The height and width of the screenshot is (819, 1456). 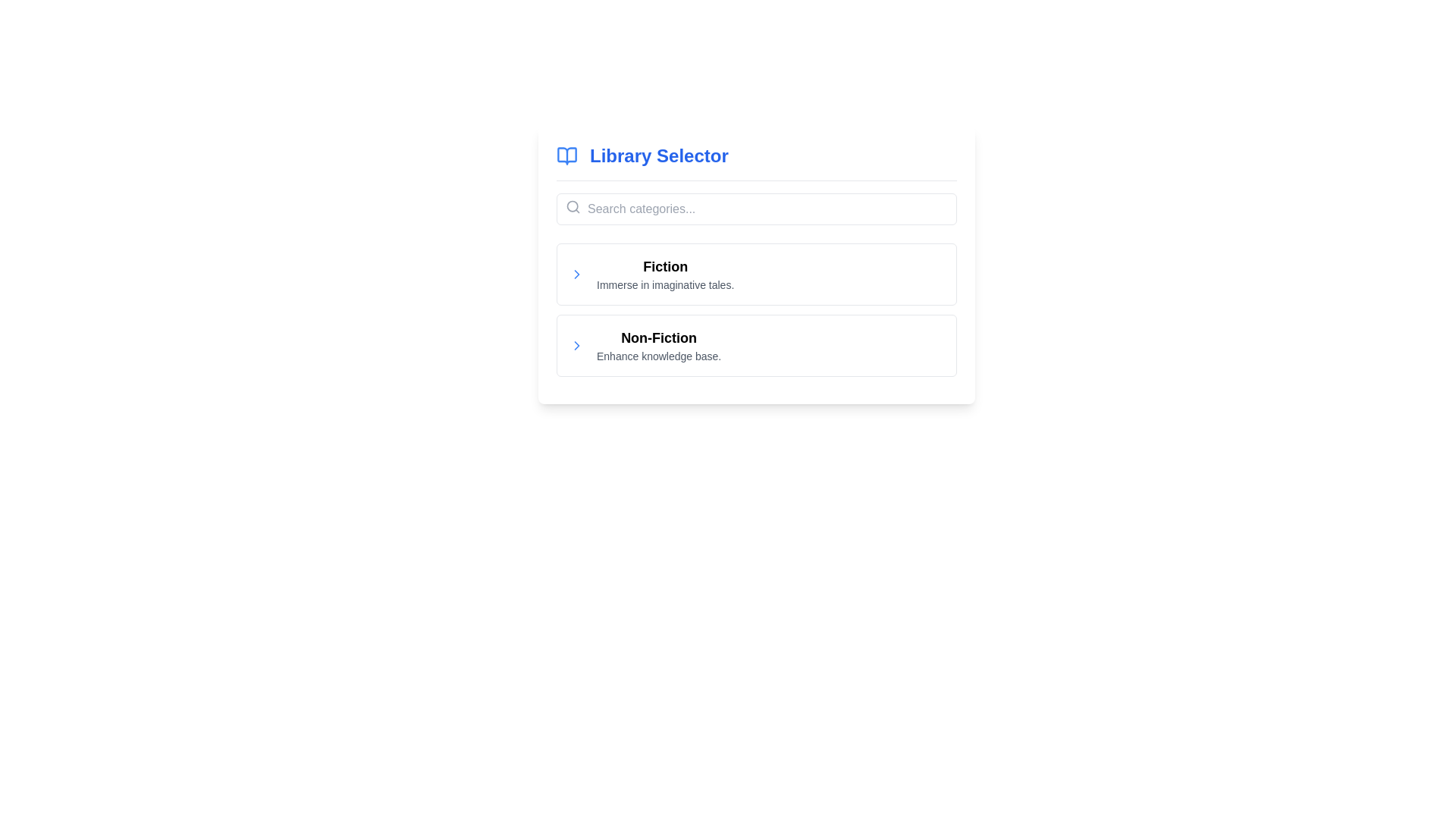 What do you see at coordinates (659, 337) in the screenshot?
I see `the static text label that serves as a category title, located directly below 'Fiction' and above the description text 'Enhance knowledge base'` at bounding box center [659, 337].